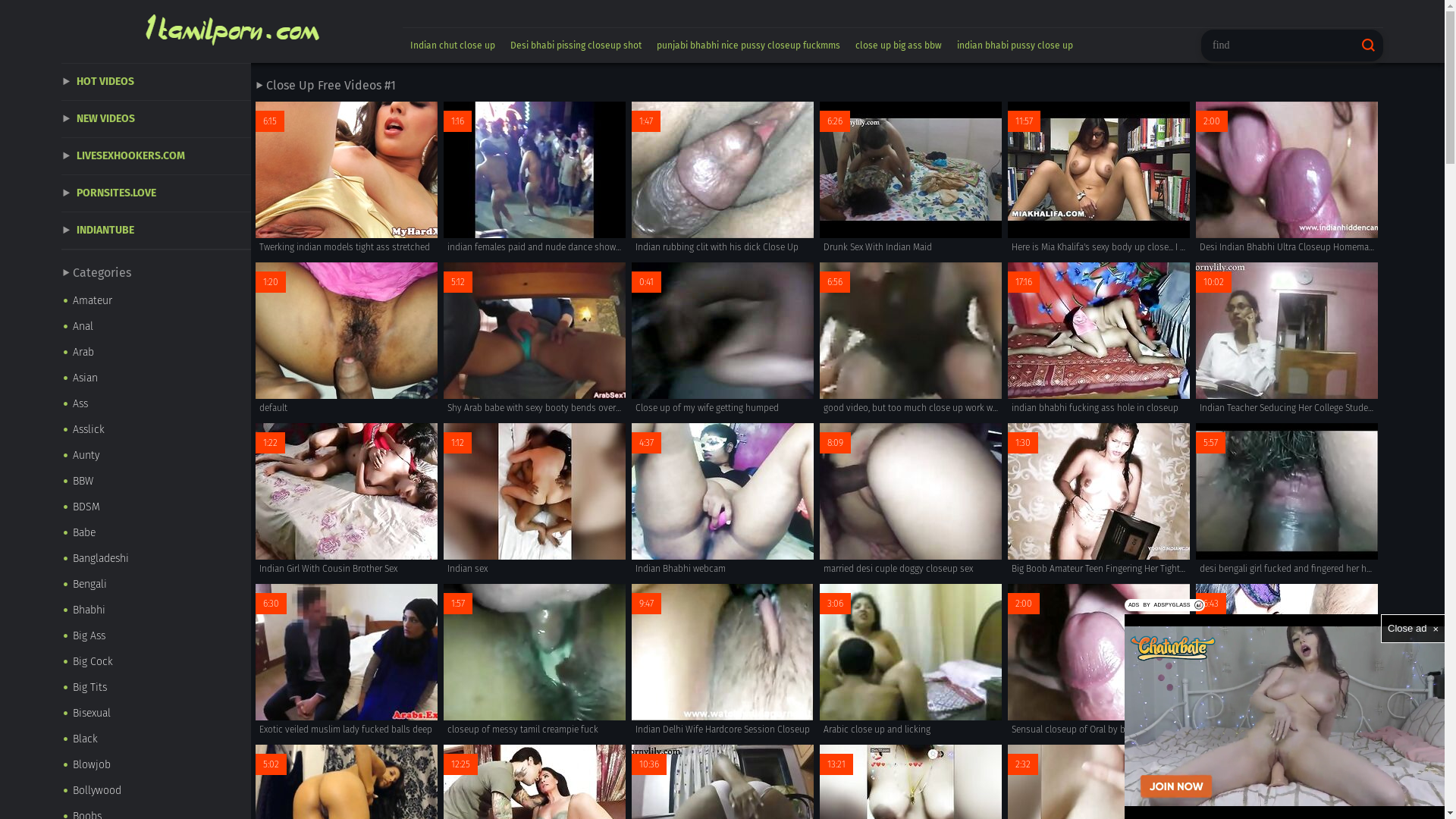 This screenshot has height=819, width=1456. I want to click on 'NEW VIDEOS', so click(156, 118).